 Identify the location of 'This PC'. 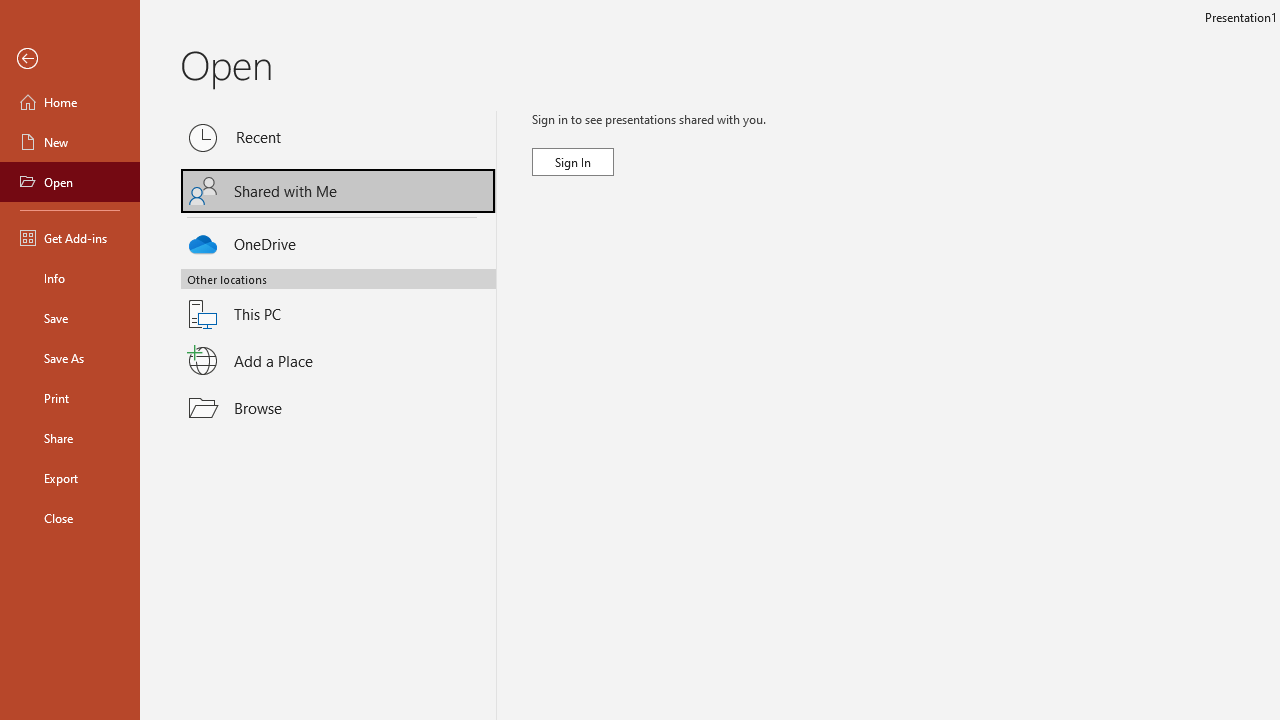
(338, 302).